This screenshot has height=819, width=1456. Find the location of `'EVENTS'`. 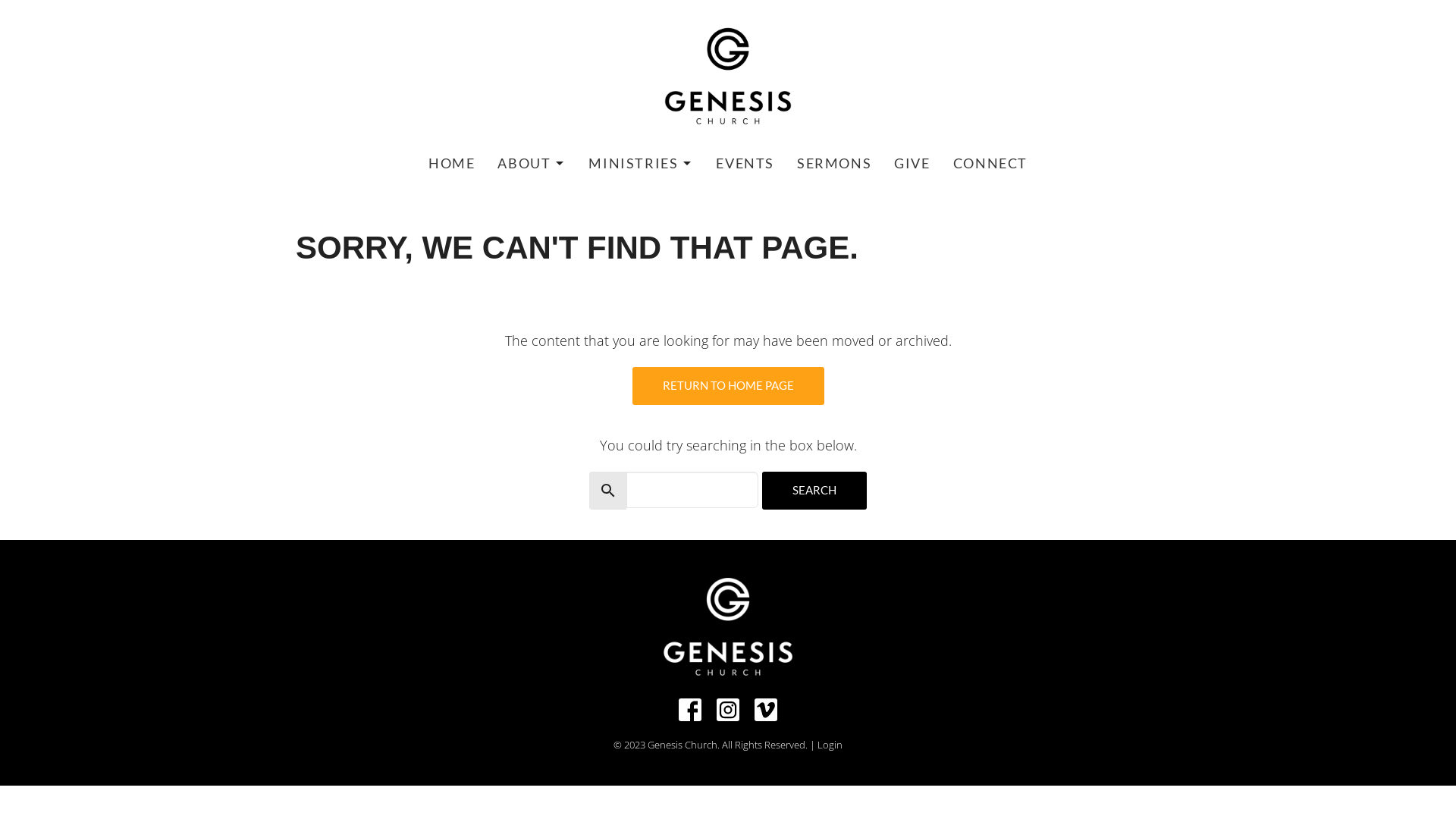

'EVENTS' is located at coordinates (715, 164).